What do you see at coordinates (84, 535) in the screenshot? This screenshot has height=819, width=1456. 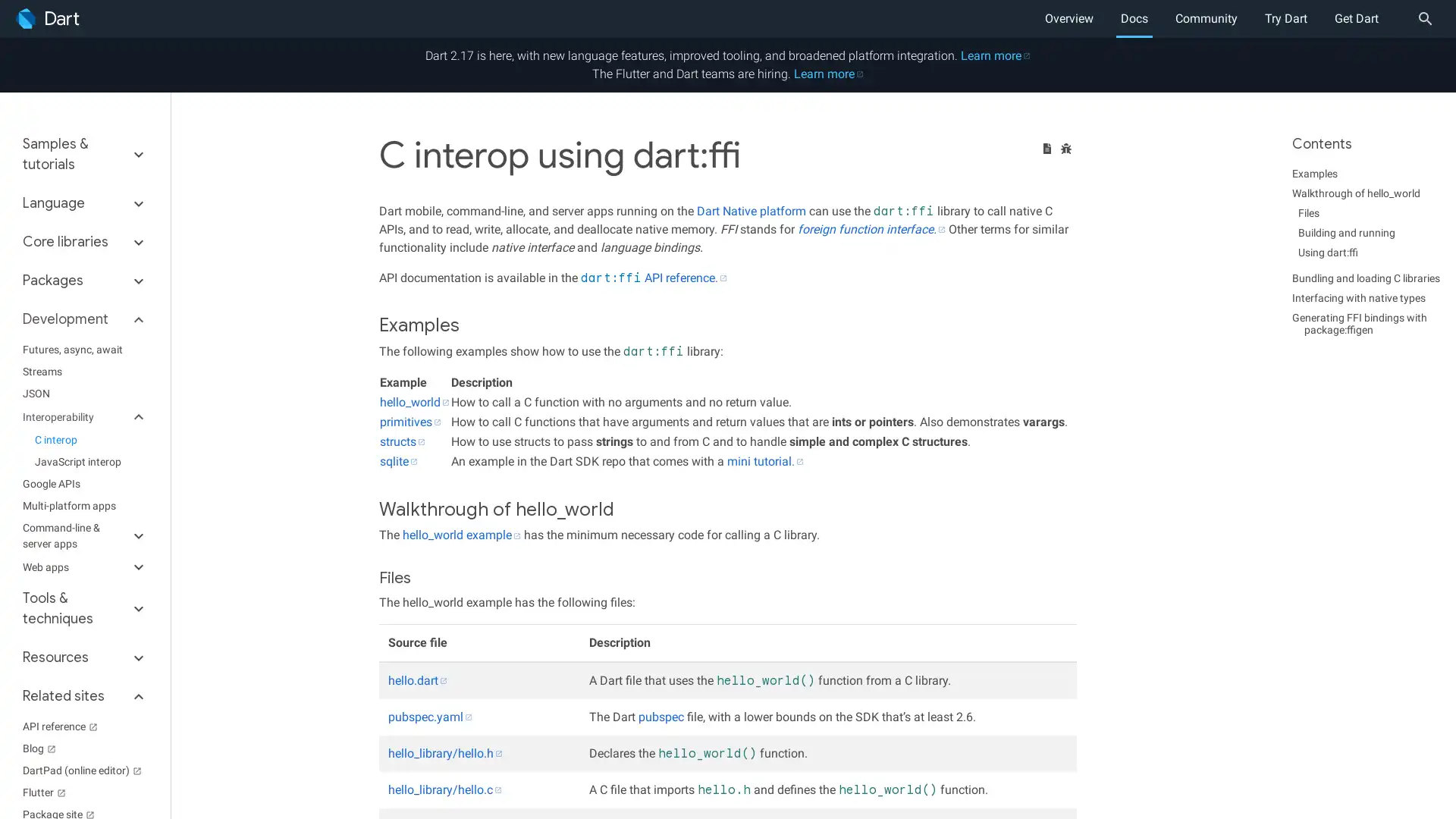 I see `Command-line & server apps keyboard_arrow_down` at bounding box center [84, 535].